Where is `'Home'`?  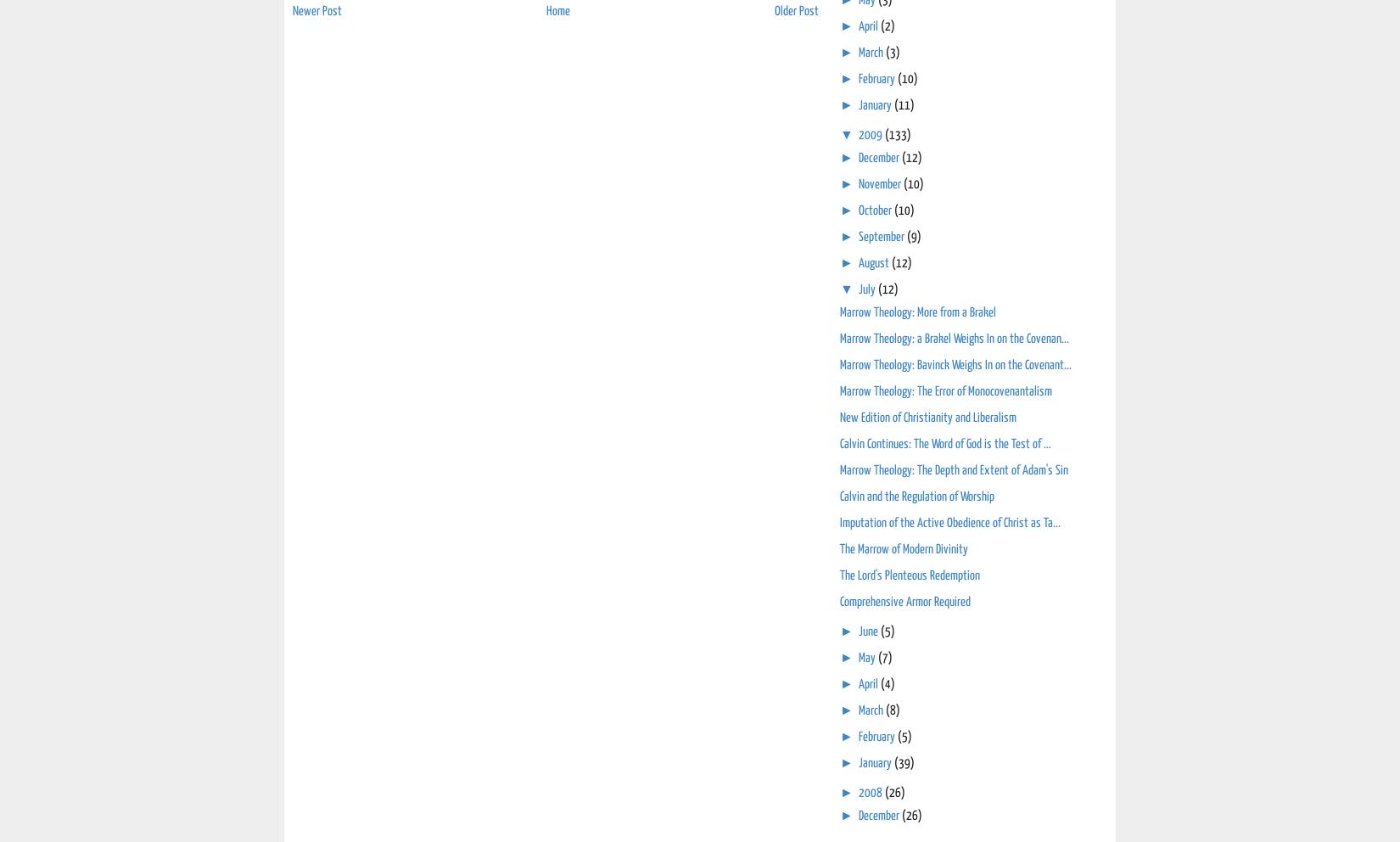
'Home' is located at coordinates (545, 10).